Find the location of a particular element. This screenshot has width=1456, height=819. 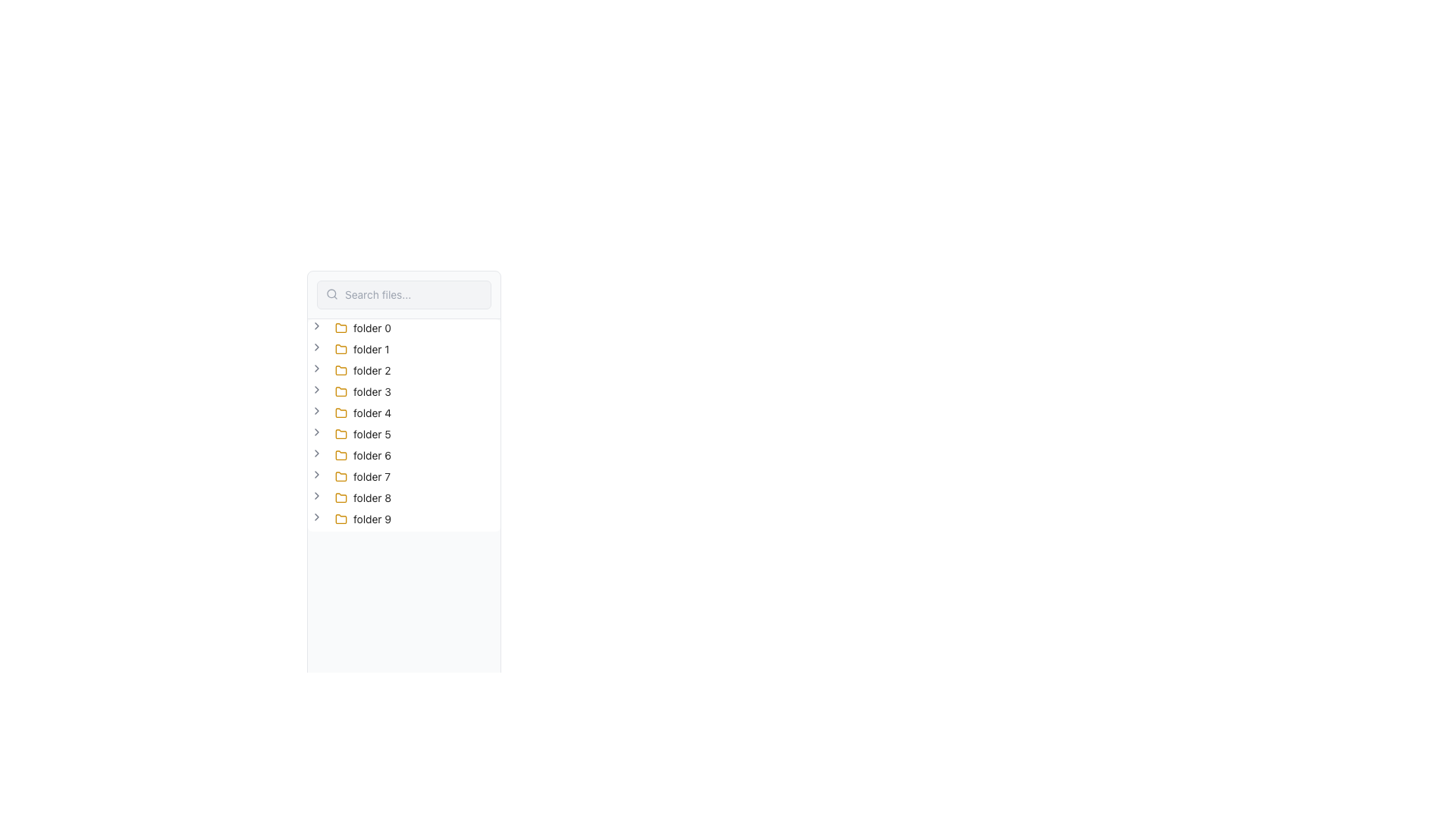

the folder icon located in the hierarchical list under 'folder 7', which visually indicates the presence of a folder is located at coordinates (340, 475).